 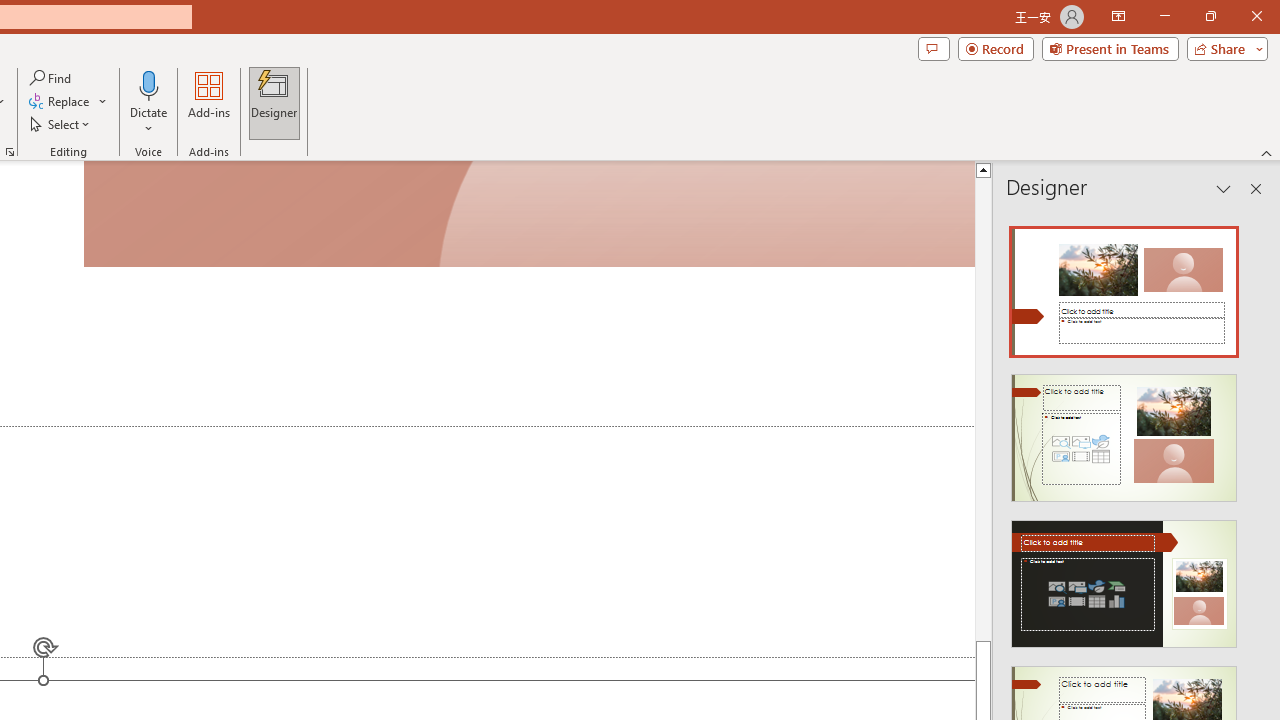 I want to click on 'Format Object...', so click(x=10, y=150).